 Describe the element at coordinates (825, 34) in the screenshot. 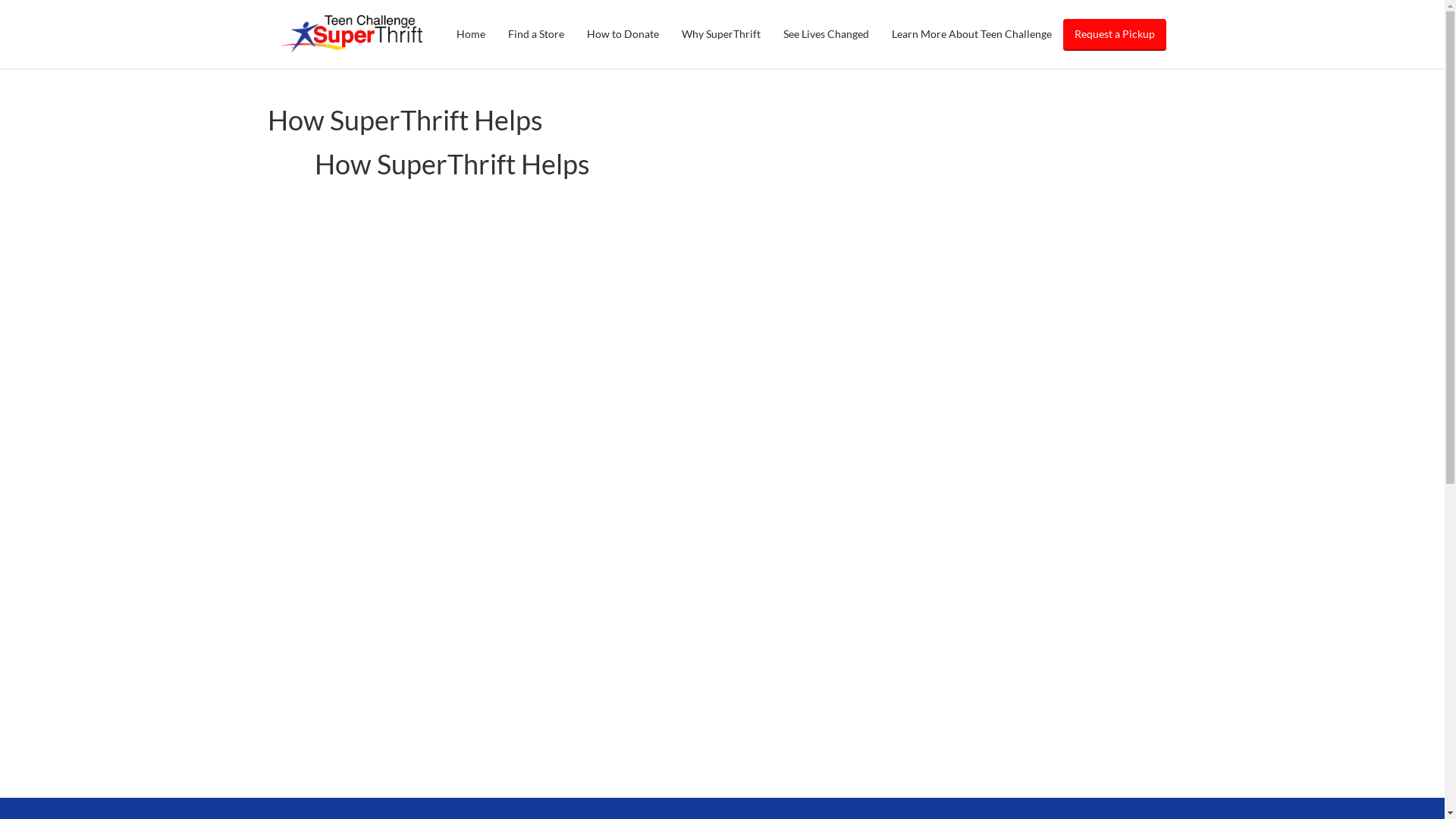

I see `'See Lives Changed'` at that location.